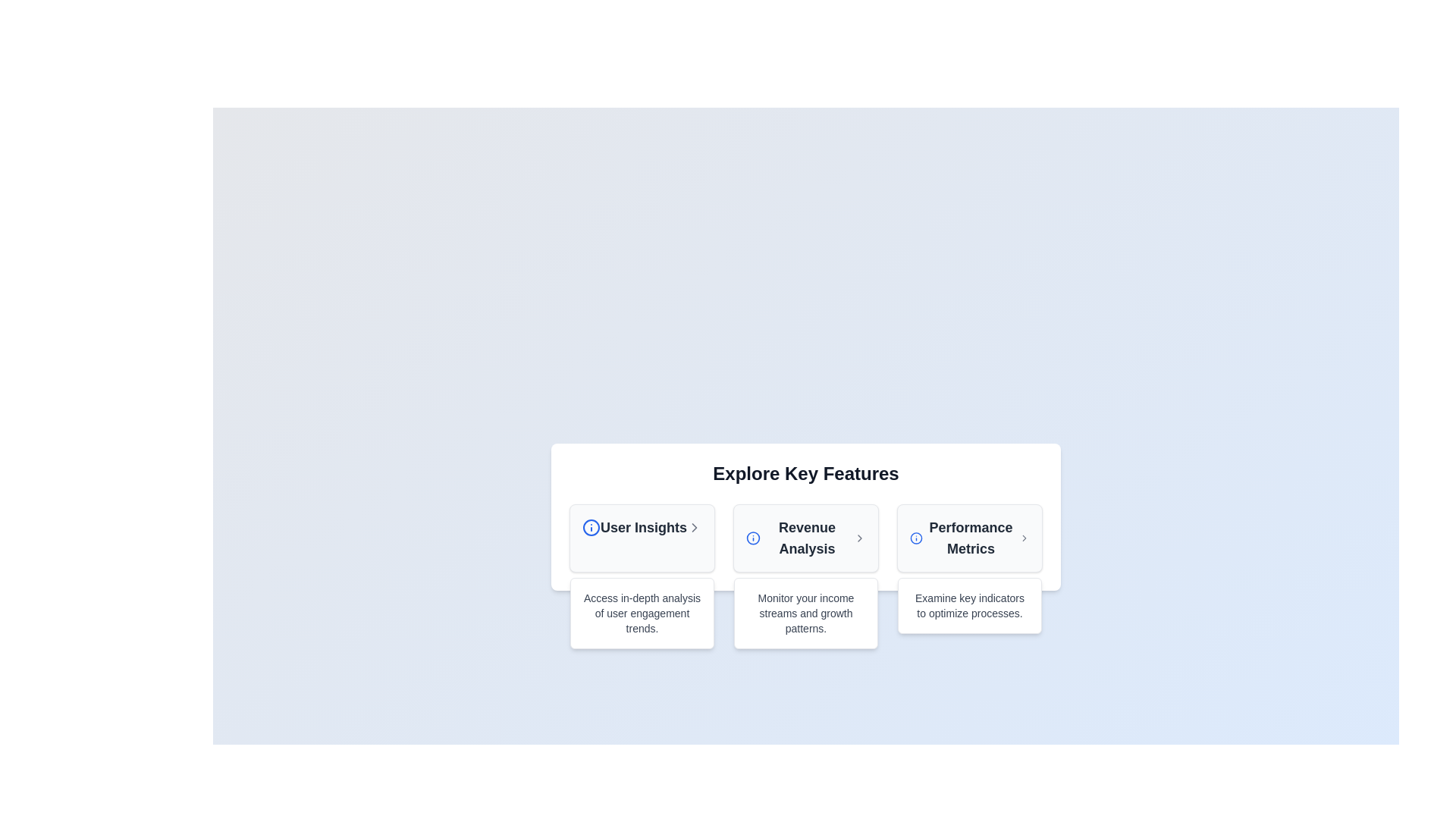 Image resolution: width=1456 pixels, height=819 pixels. I want to click on text from the 'Revenue Analysis' card, which contains the title in bold and a description about monitoring income streams and growth patterns, so click(805, 537).